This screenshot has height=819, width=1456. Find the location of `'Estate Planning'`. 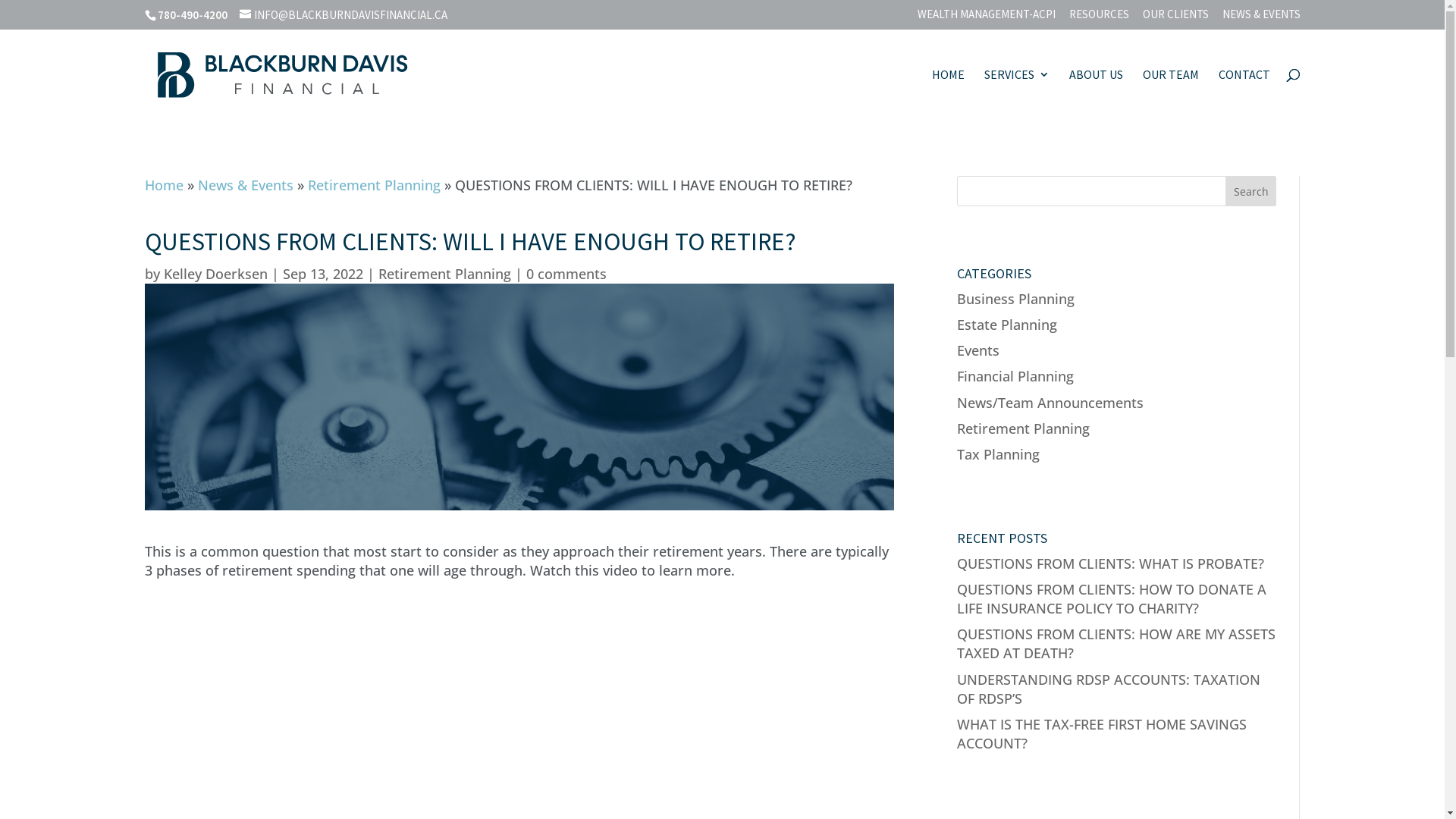

'Estate Planning' is located at coordinates (1007, 324).